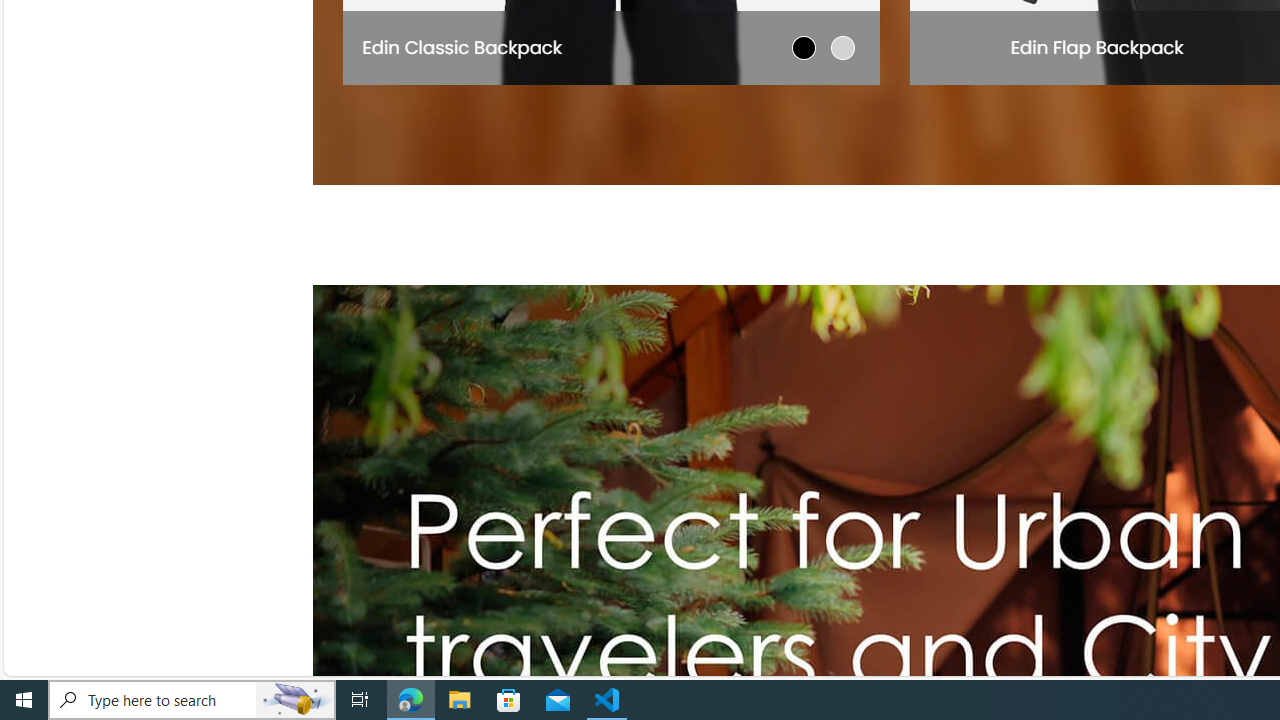 The height and width of the screenshot is (720, 1280). Describe the element at coordinates (842, 46) in the screenshot. I see `'Light Gray'` at that location.